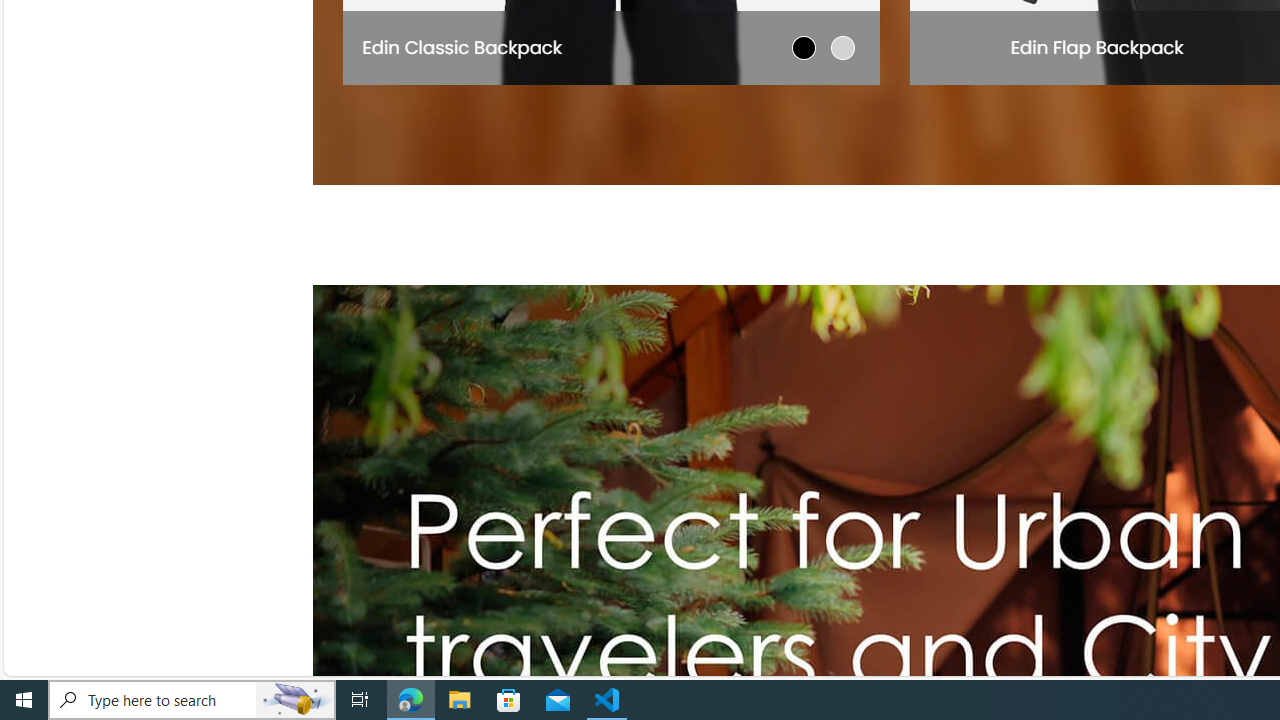 The height and width of the screenshot is (720, 1280). Describe the element at coordinates (842, 46) in the screenshot. I see `'Light Gray'` at that location.